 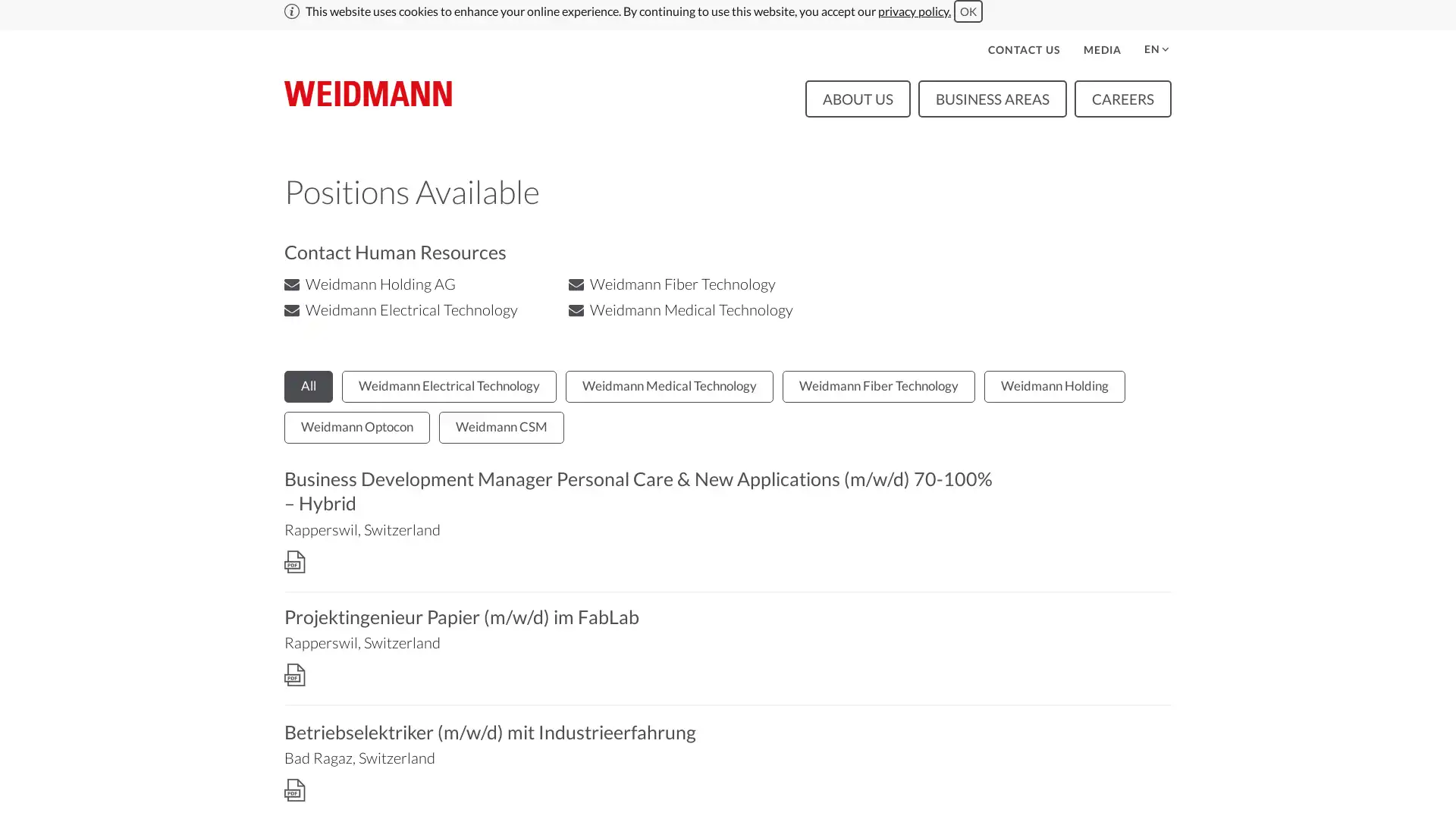 I want to click on Weidmann Holding, so click(x=1054, y=356).